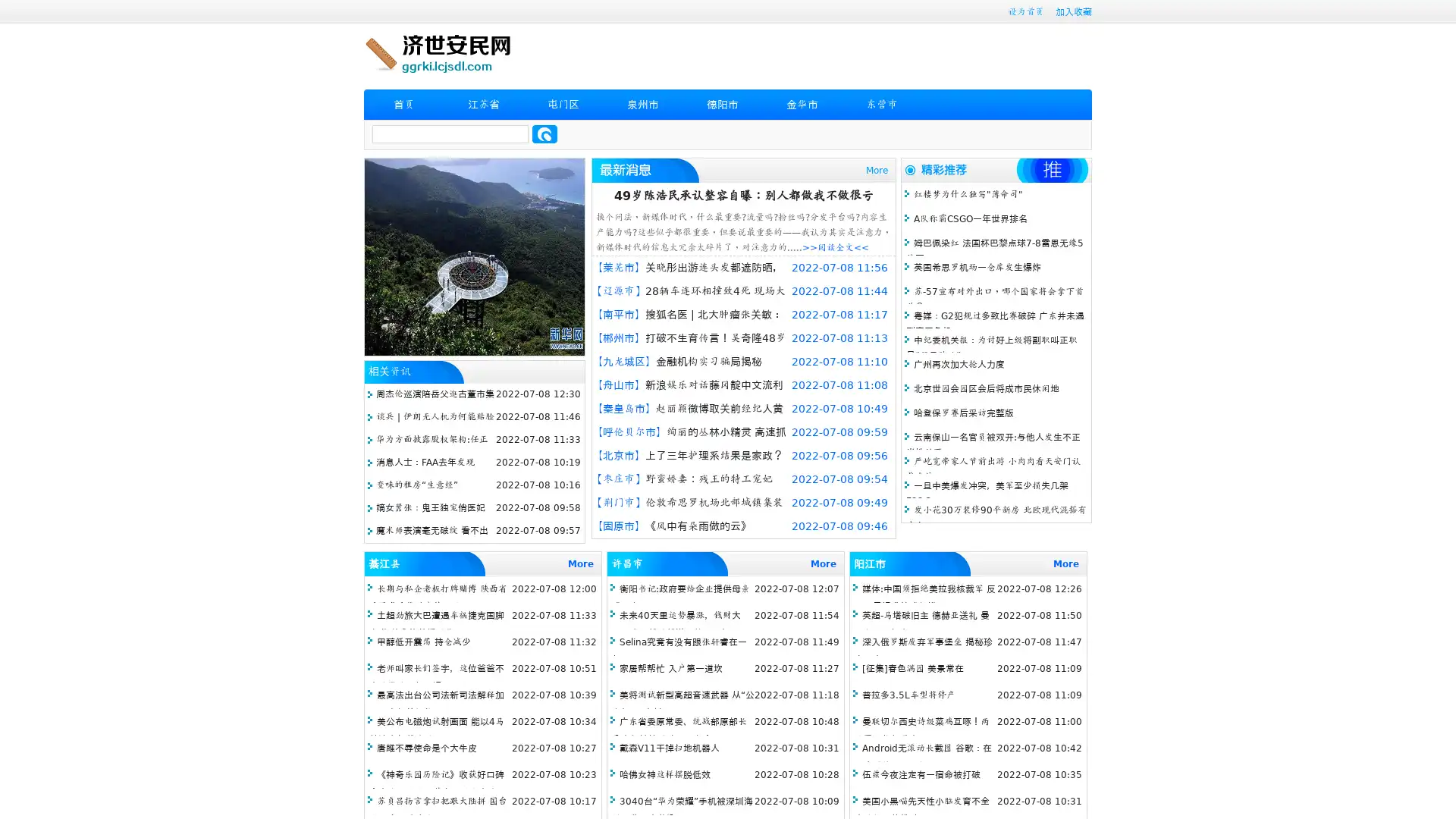 This screenshot has height=819, width=1456. I want to click on Search, so click(544, 133).